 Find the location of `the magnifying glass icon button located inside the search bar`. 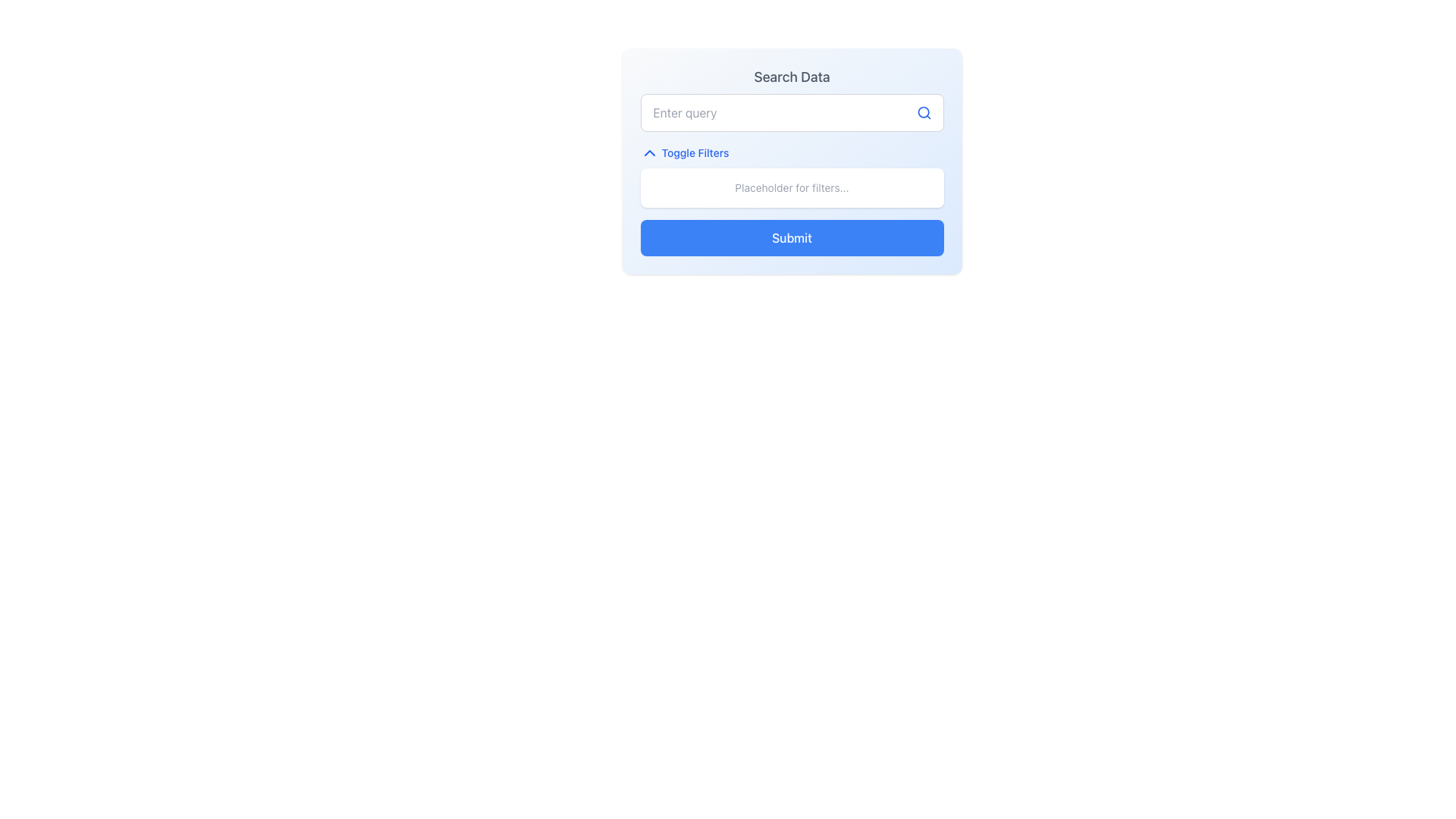

the magnifying glass icon button located inside the search bar is located at coordinates (923, 112).